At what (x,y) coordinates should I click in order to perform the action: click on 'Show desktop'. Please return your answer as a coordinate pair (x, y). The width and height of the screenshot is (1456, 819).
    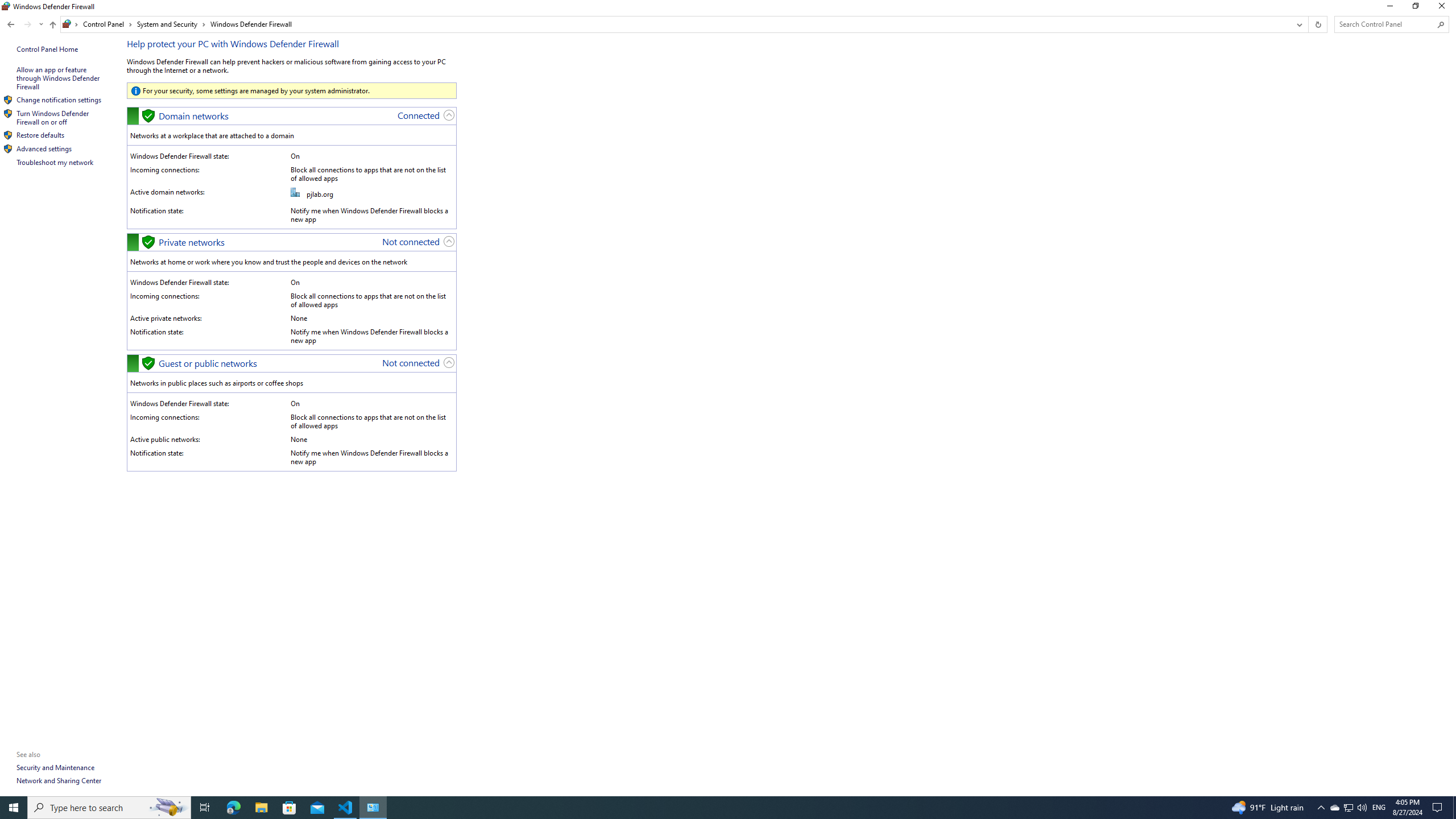
    Looking at the image, I should click on (1454, 806).